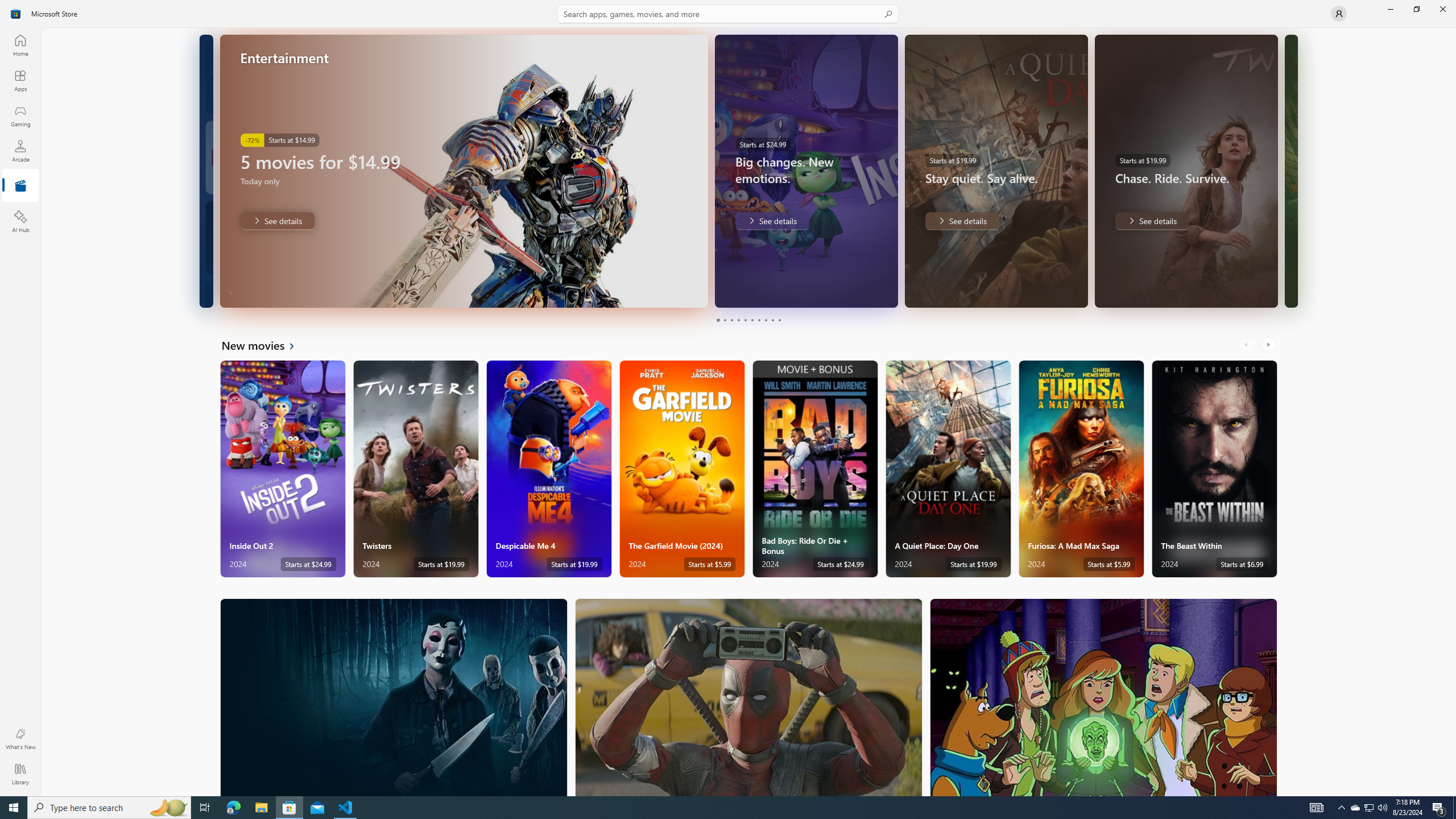 The image size is (1456, 819). I want to click on 'Home', so click(19, 44).